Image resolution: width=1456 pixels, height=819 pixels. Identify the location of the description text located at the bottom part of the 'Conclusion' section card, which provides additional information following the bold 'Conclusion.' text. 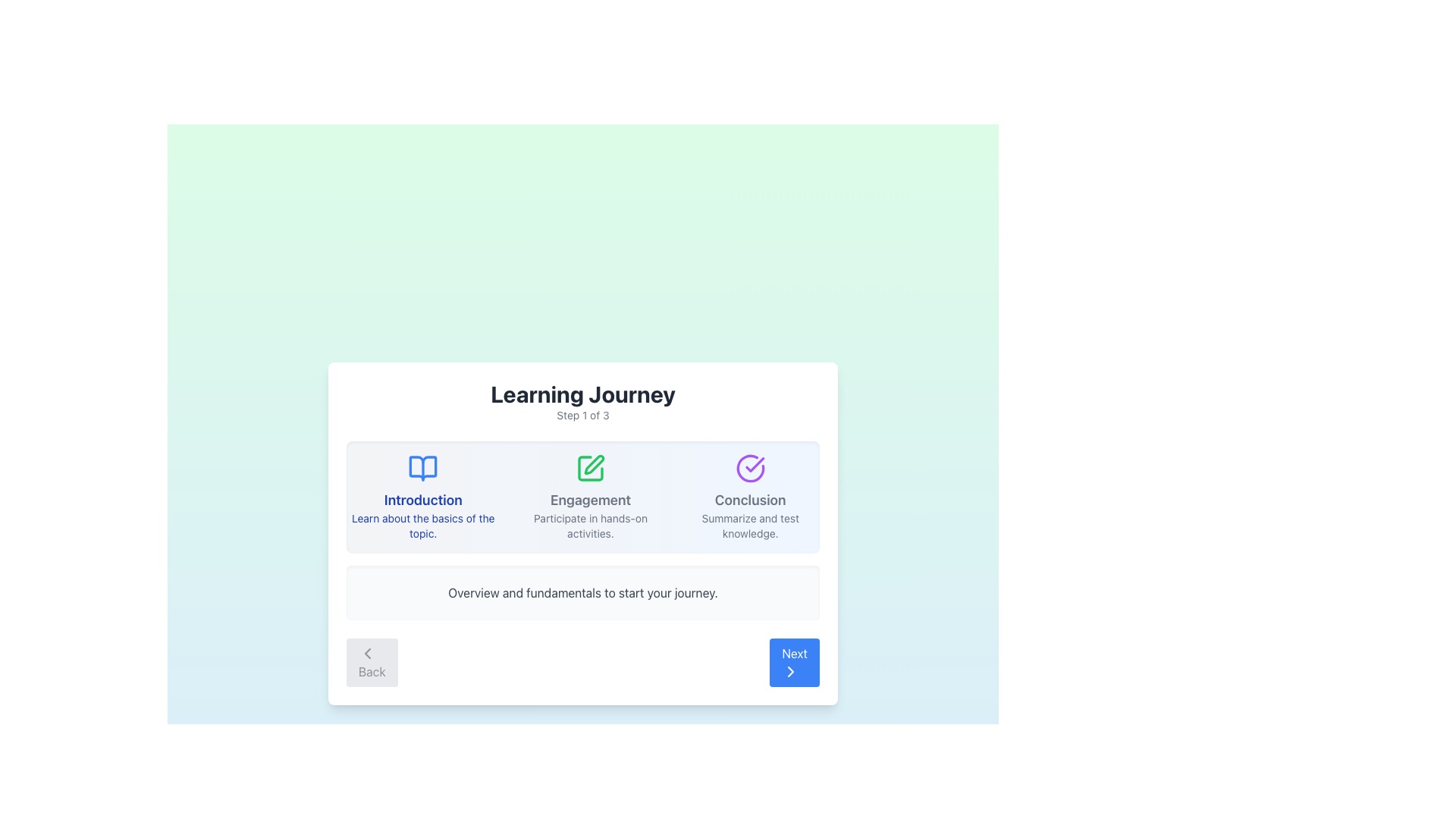
(750, 526).